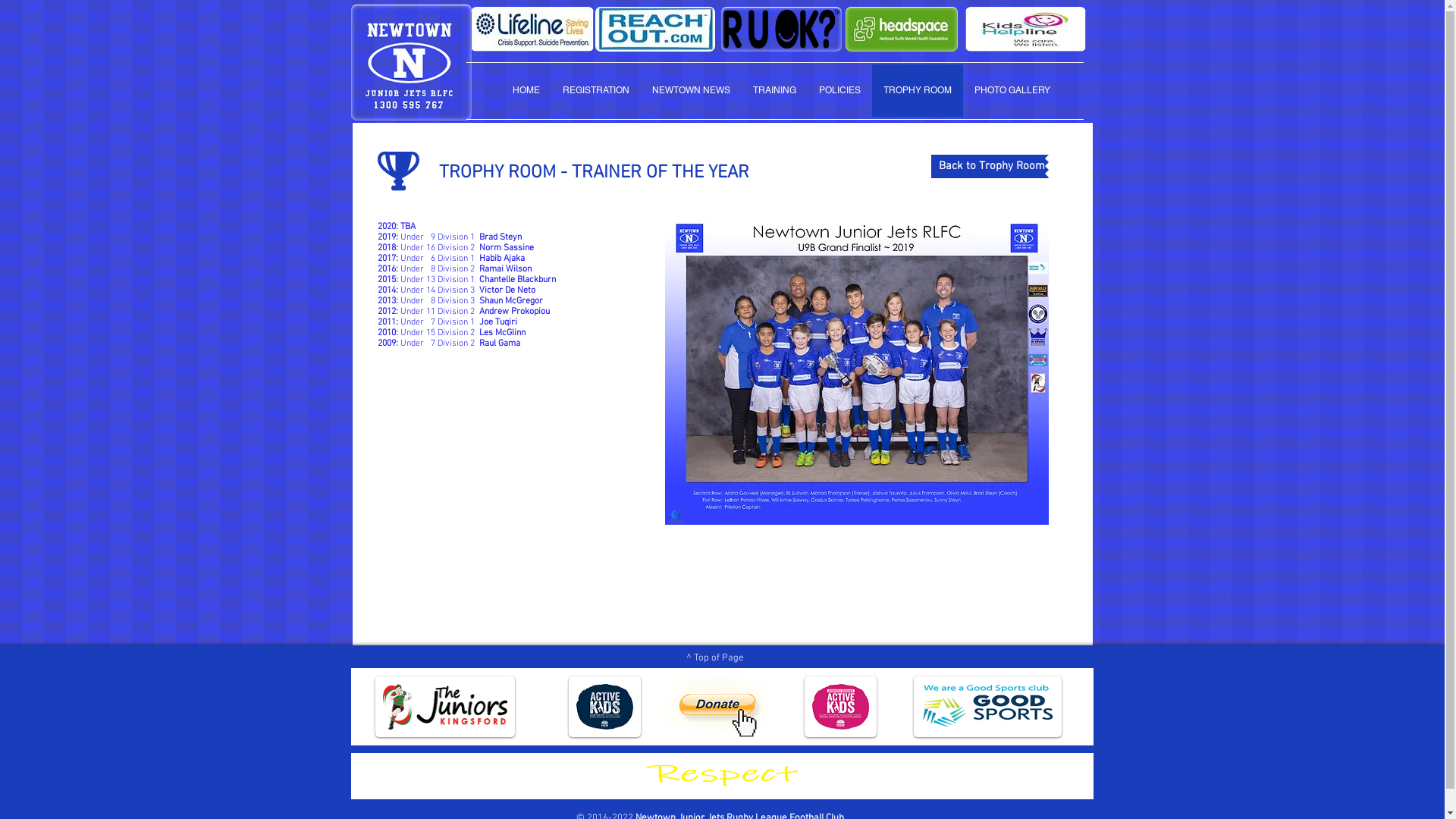 The height and width of the screenshot is (819, 1456). I want to click on '^ Top of Page', so click(714, 657).